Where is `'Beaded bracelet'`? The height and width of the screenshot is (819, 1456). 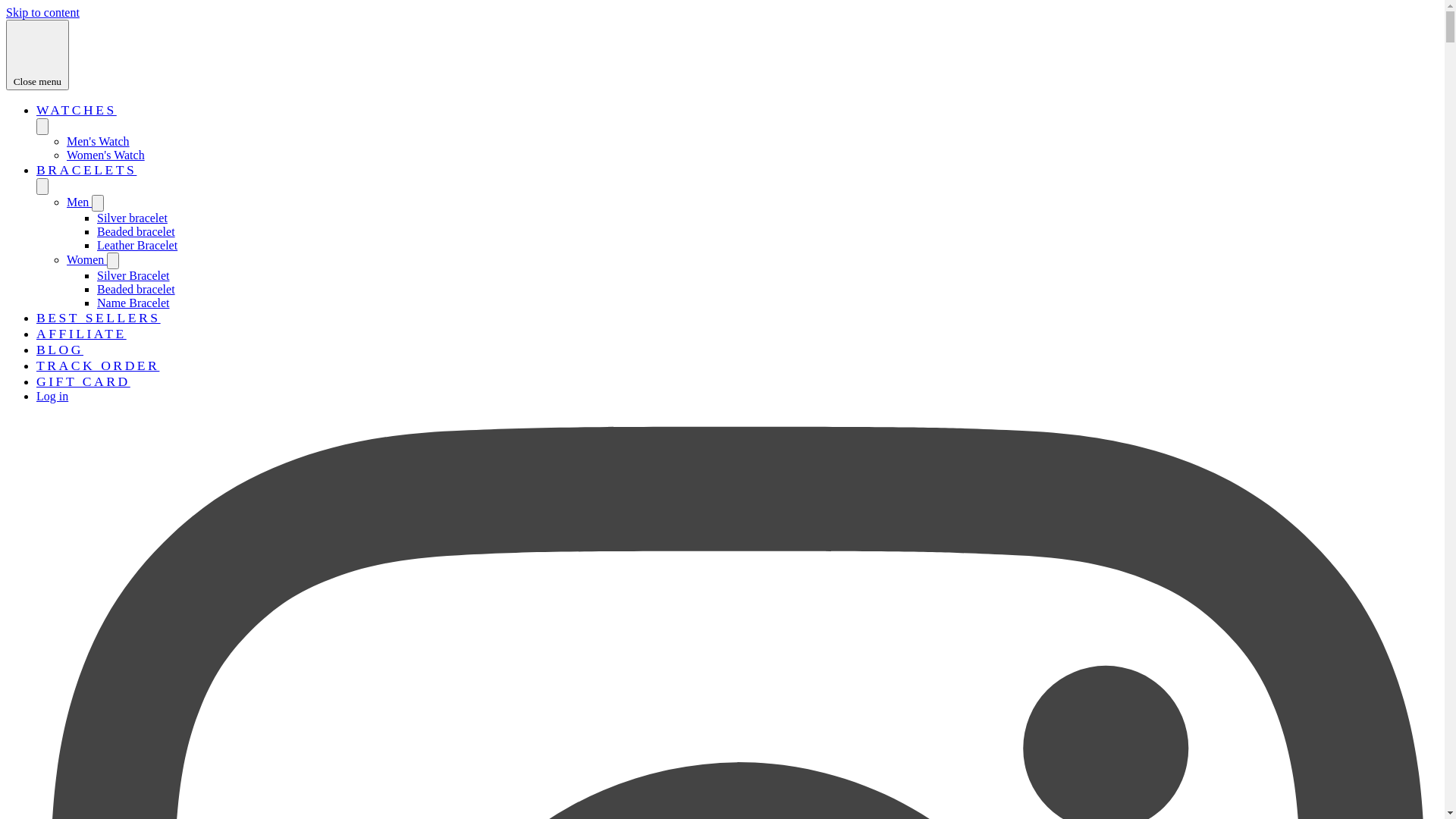 'Beaded bracelet' is located at coordinates (136, 231).